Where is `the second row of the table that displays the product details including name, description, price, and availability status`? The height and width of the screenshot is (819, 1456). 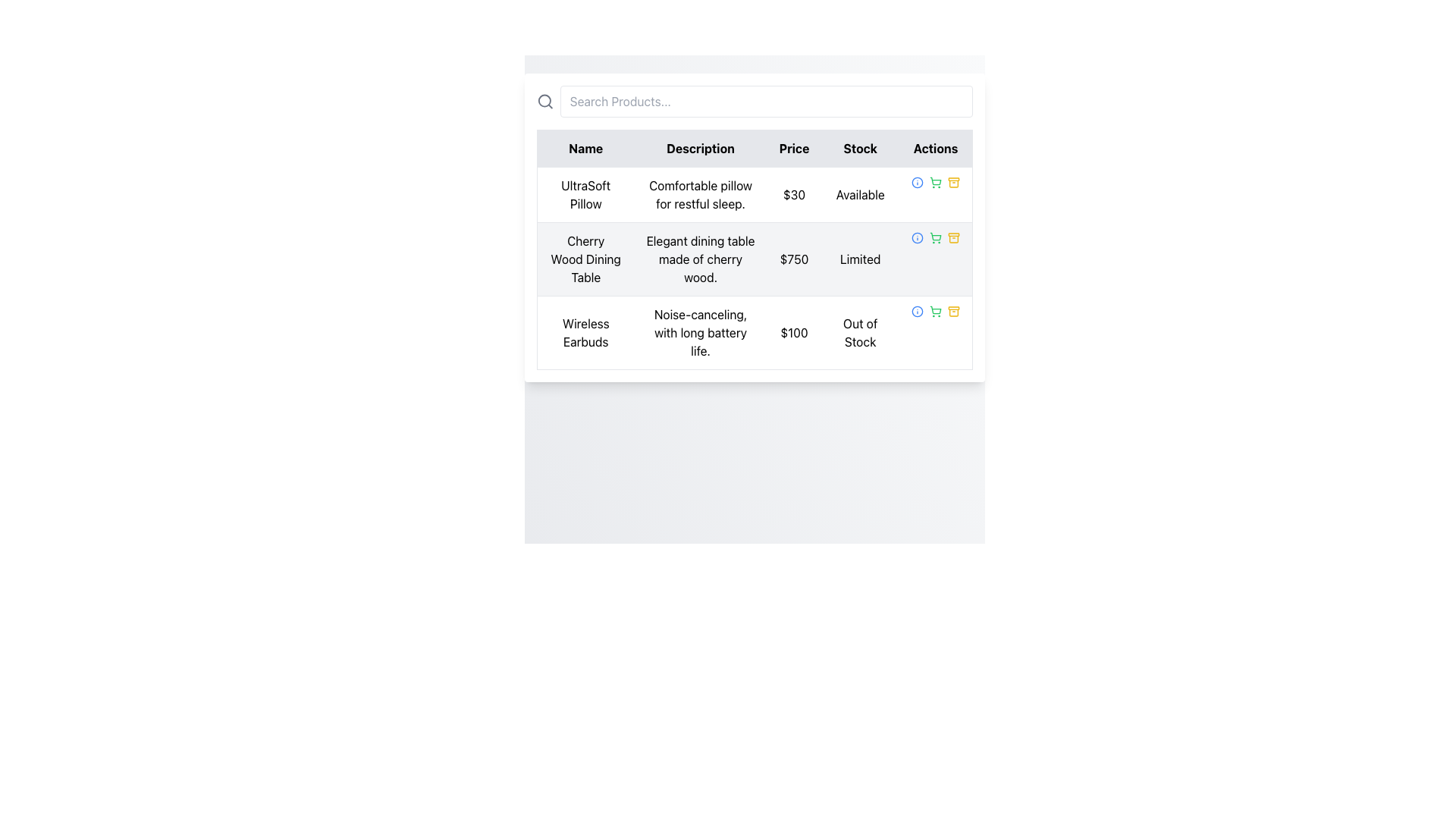
the second row of the table that displays the product details including name, description, price, and availability status is located at coordinates (755, 268).